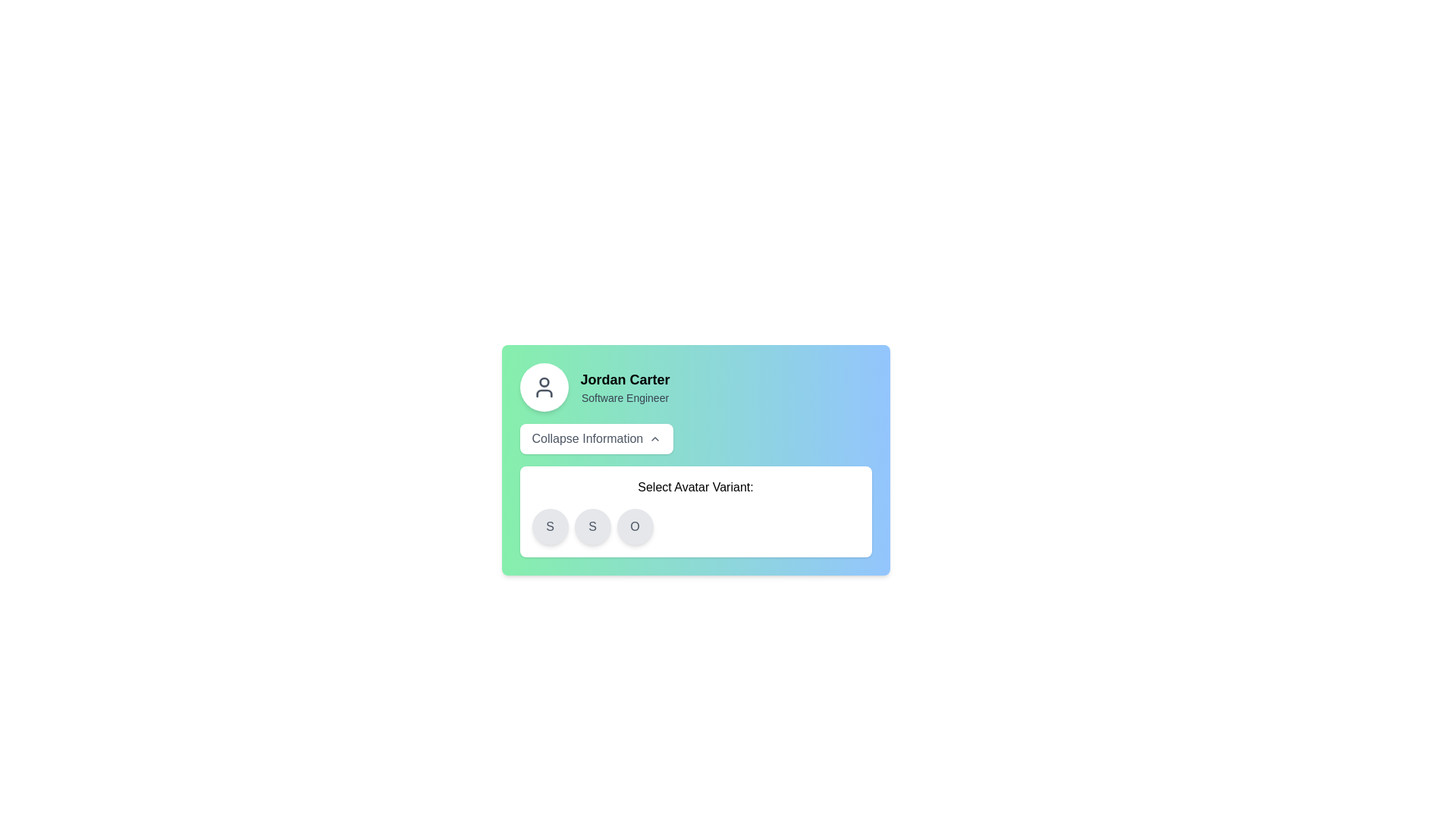 This screenshot has width=1456, height=819. What do you see at coordinates (695, 488) in the screenshot?
I see `the Text Label that provides context to the avatar selection options, located in the bottom-right quadrant above the circular buttons labeled 'S', 'S', and 'O'` at bounding box center [695, 488].